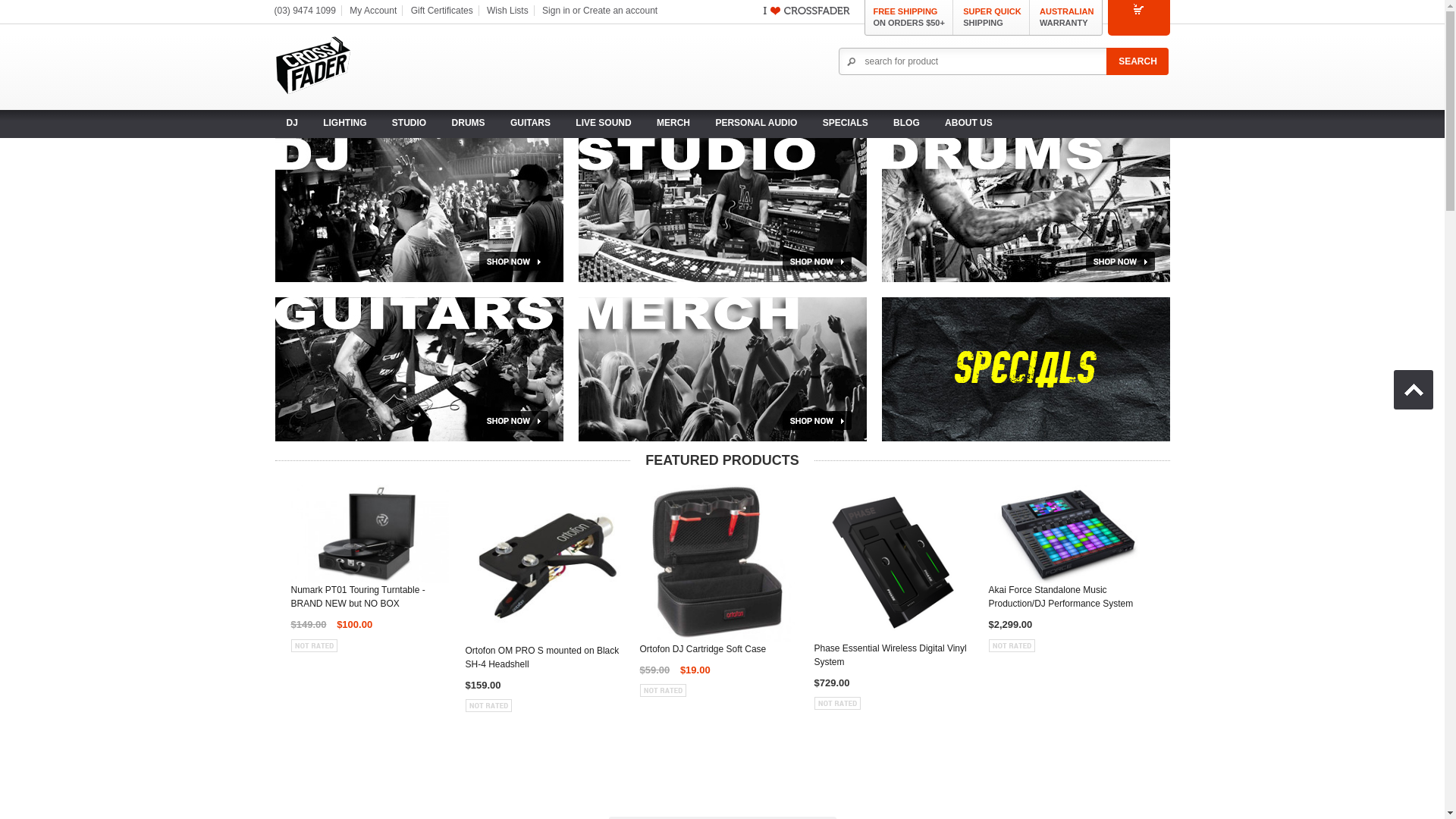 This screenshot has width=1456, height=819. Describe the element at coordinates (530, 122) in the screenshot. I see `'GUITARS'` at that location.